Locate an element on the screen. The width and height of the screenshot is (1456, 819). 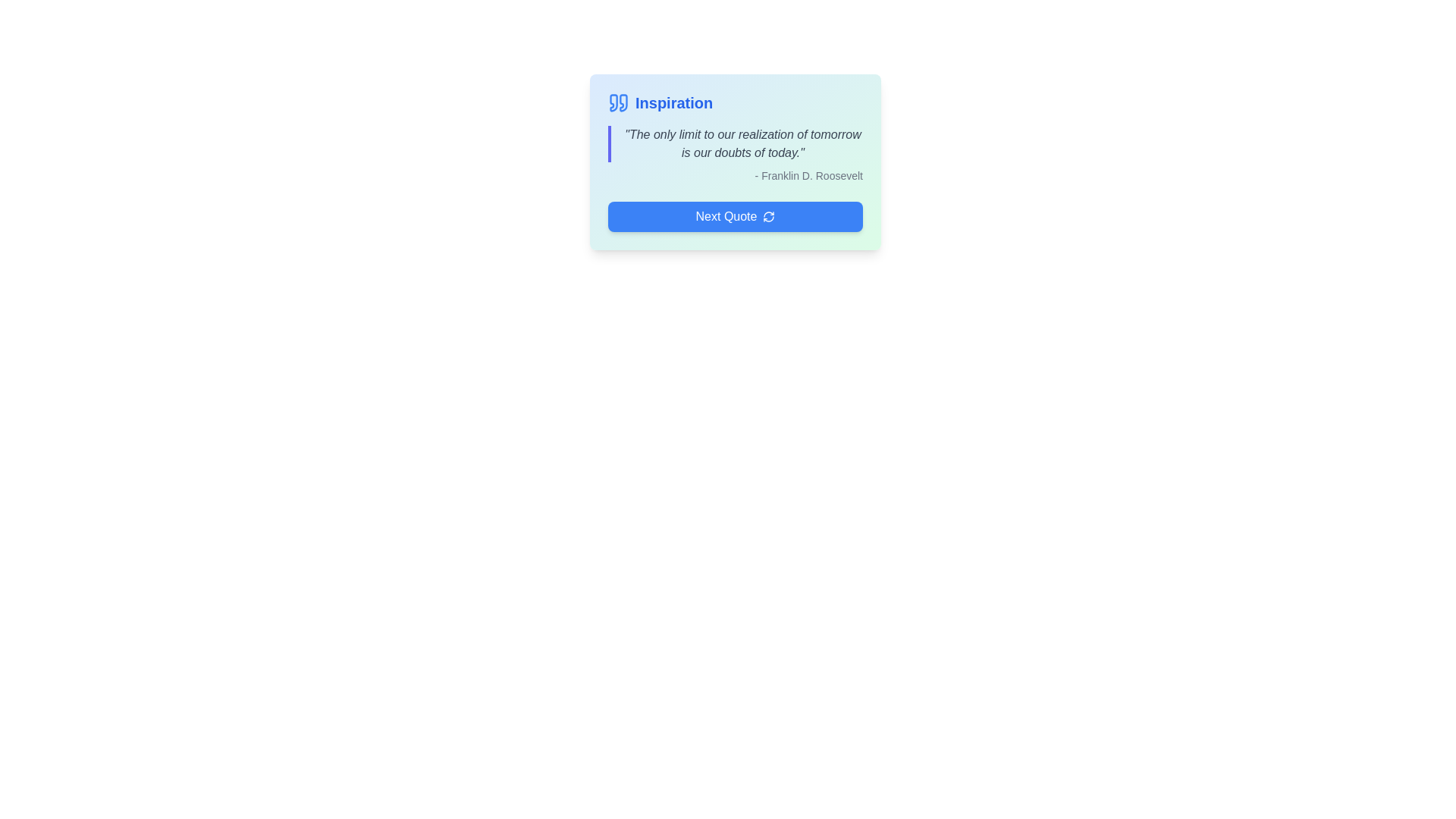
the italicized gray text block bordered by an indigo stripe, located below the 'Inspiration' title and above the author's name '- Franklin D. Roosevelt' is located at coordinates (735, 143).